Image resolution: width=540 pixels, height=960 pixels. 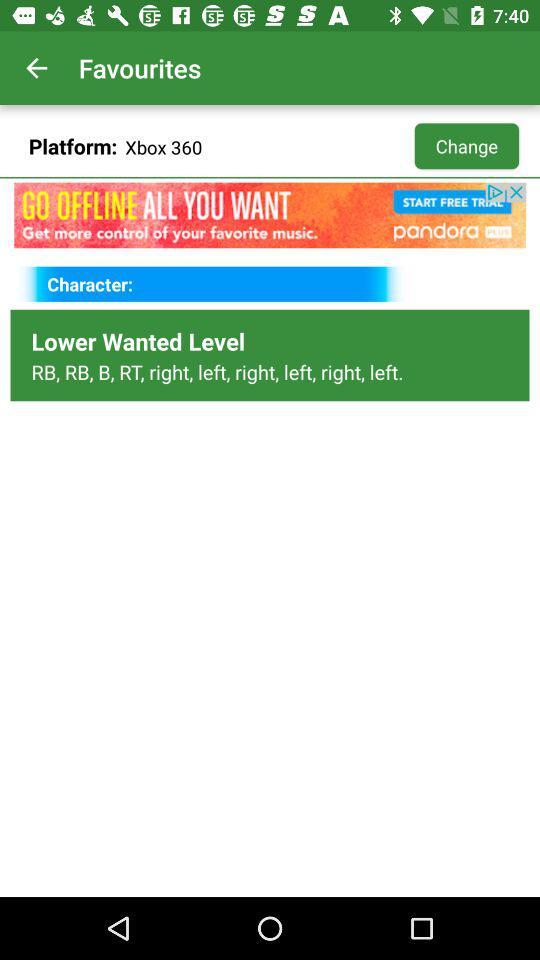 What do you see at coordinates (270, 215) in the screenshot?
I see `music` at bounding box center [270, 215].